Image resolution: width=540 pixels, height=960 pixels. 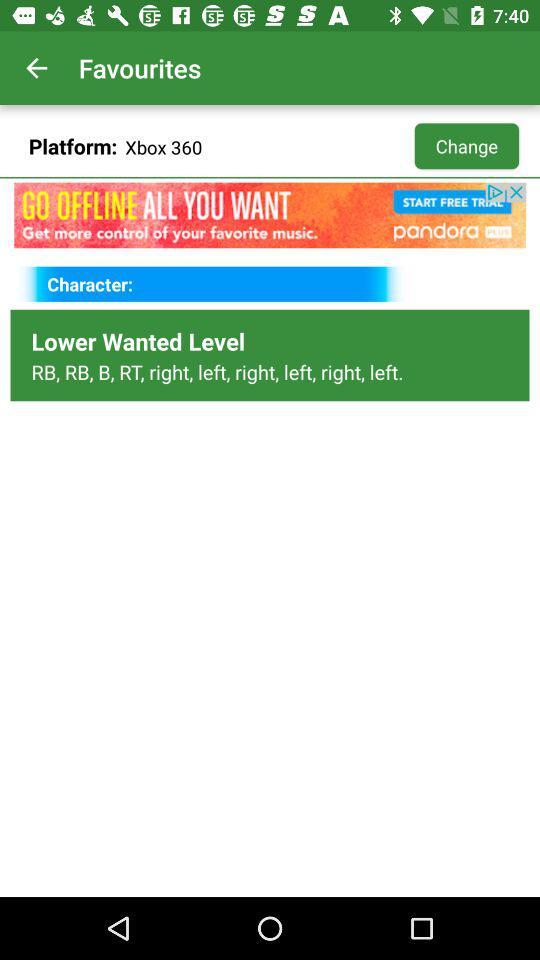 What do you see at coordinates (270, 215) in the screenshot?
I see `music` at bounding box center [270, 215].